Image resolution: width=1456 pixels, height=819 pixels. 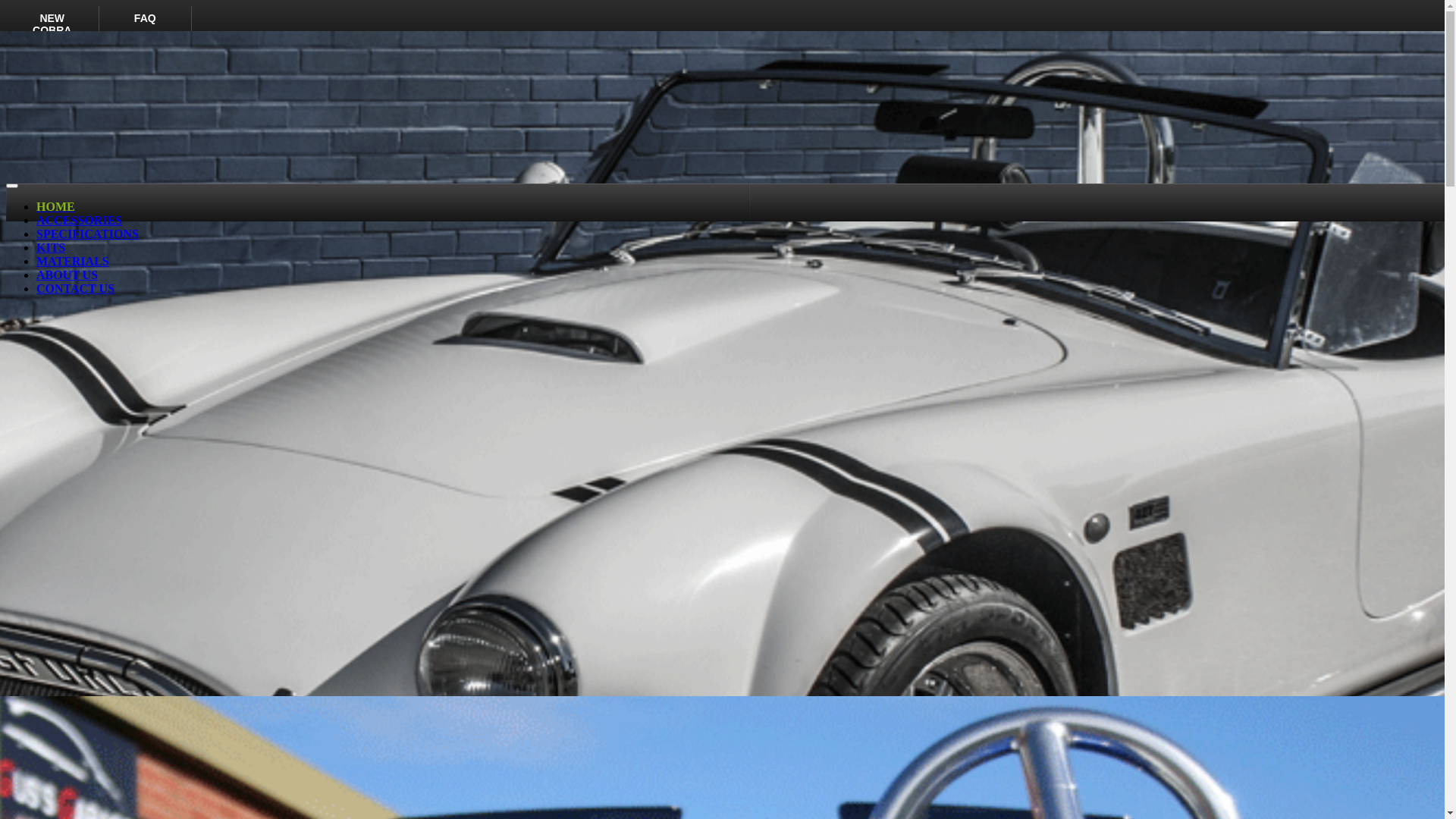 What do you see at coordinates (66, 275) in the screenshot?
I see `'ABOUT US'` at bounding box center [66, 275].